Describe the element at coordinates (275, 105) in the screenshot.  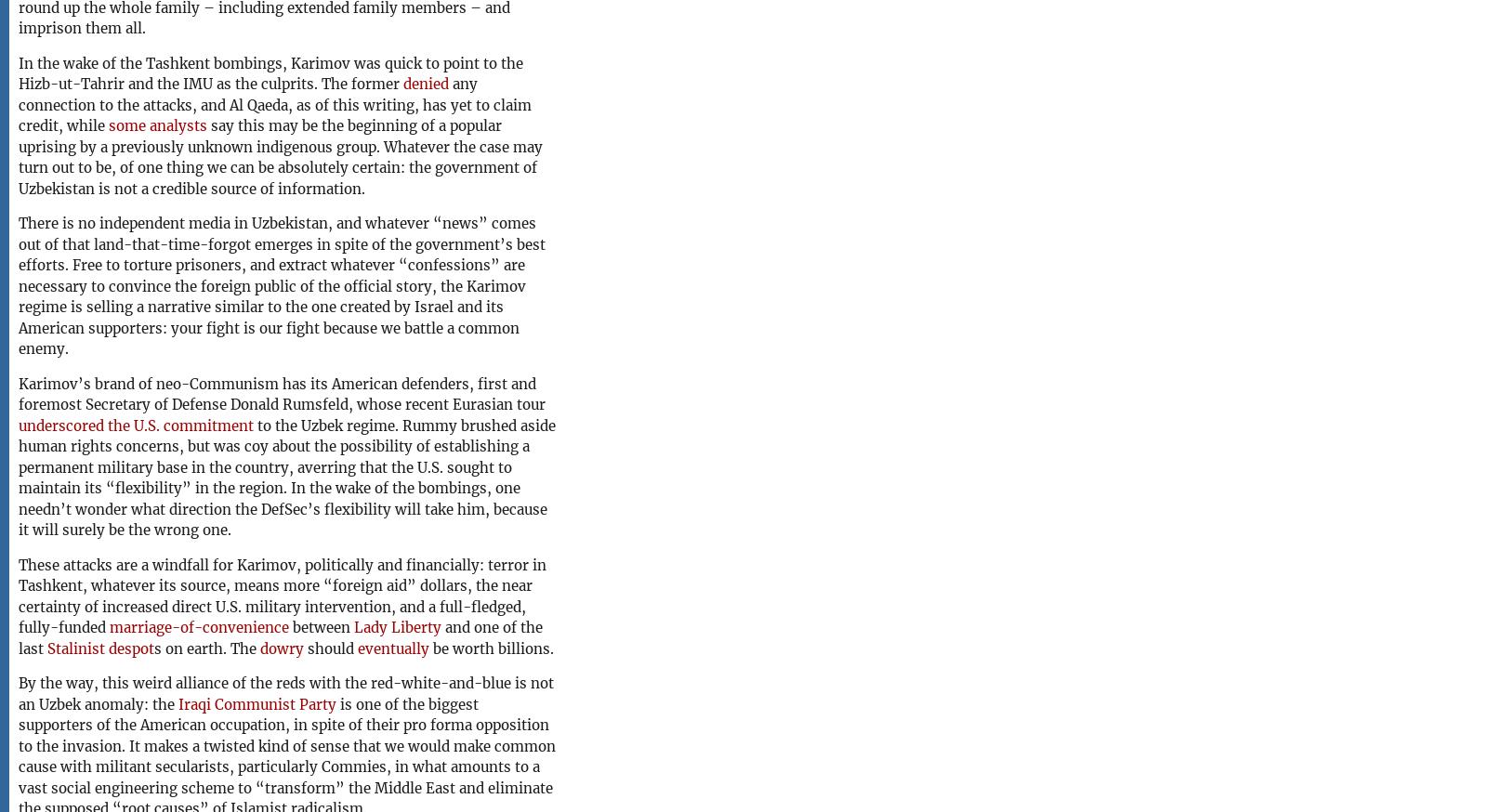
I see `'any connection to the attacks, and Al Qaeda, as of this writing, has yet to claim credit, while'` at that location.